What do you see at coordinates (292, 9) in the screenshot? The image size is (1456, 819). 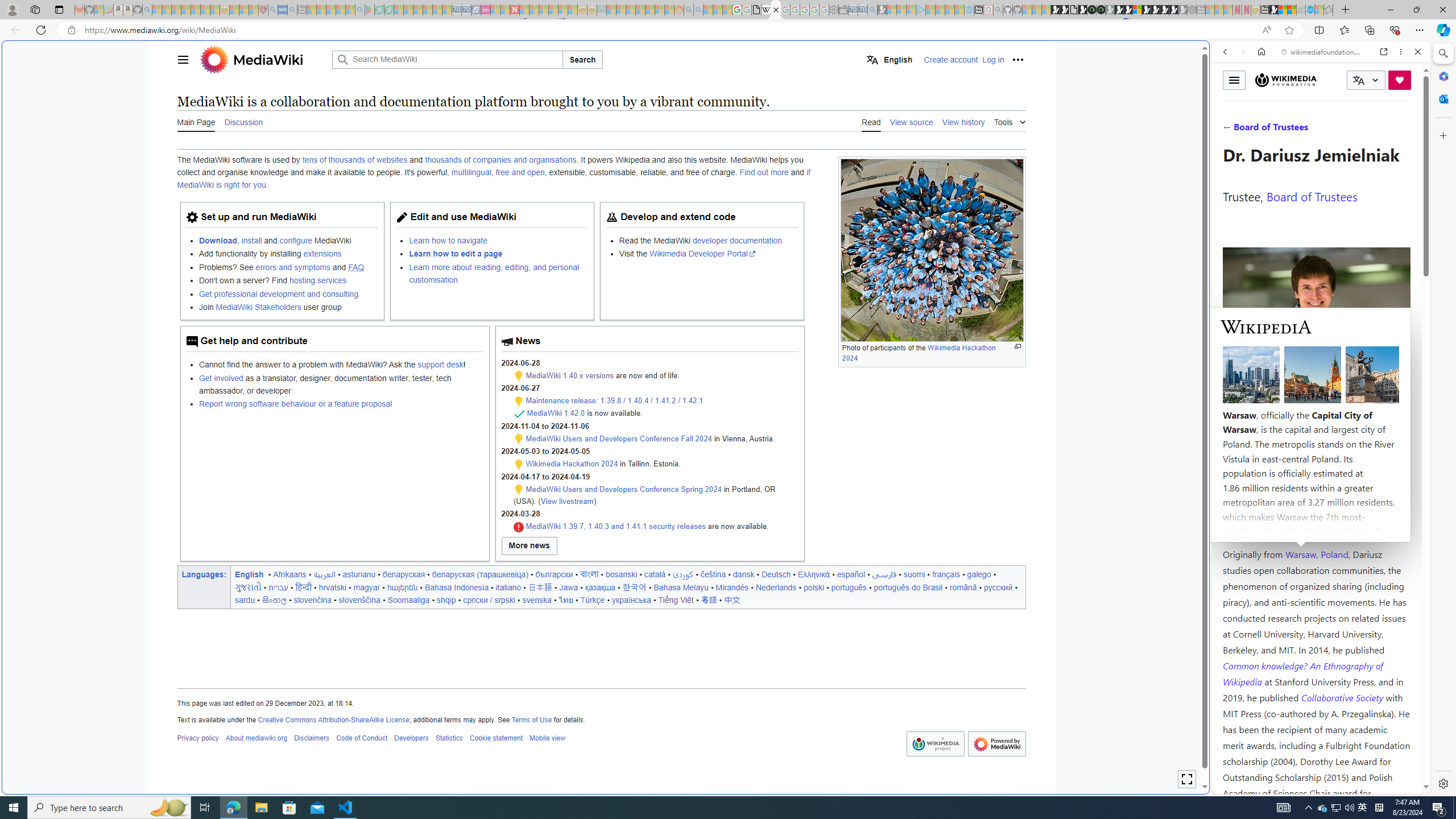 I see `'utah sues federal government - Search - Sleeping'` at bounding box center [292, 9].